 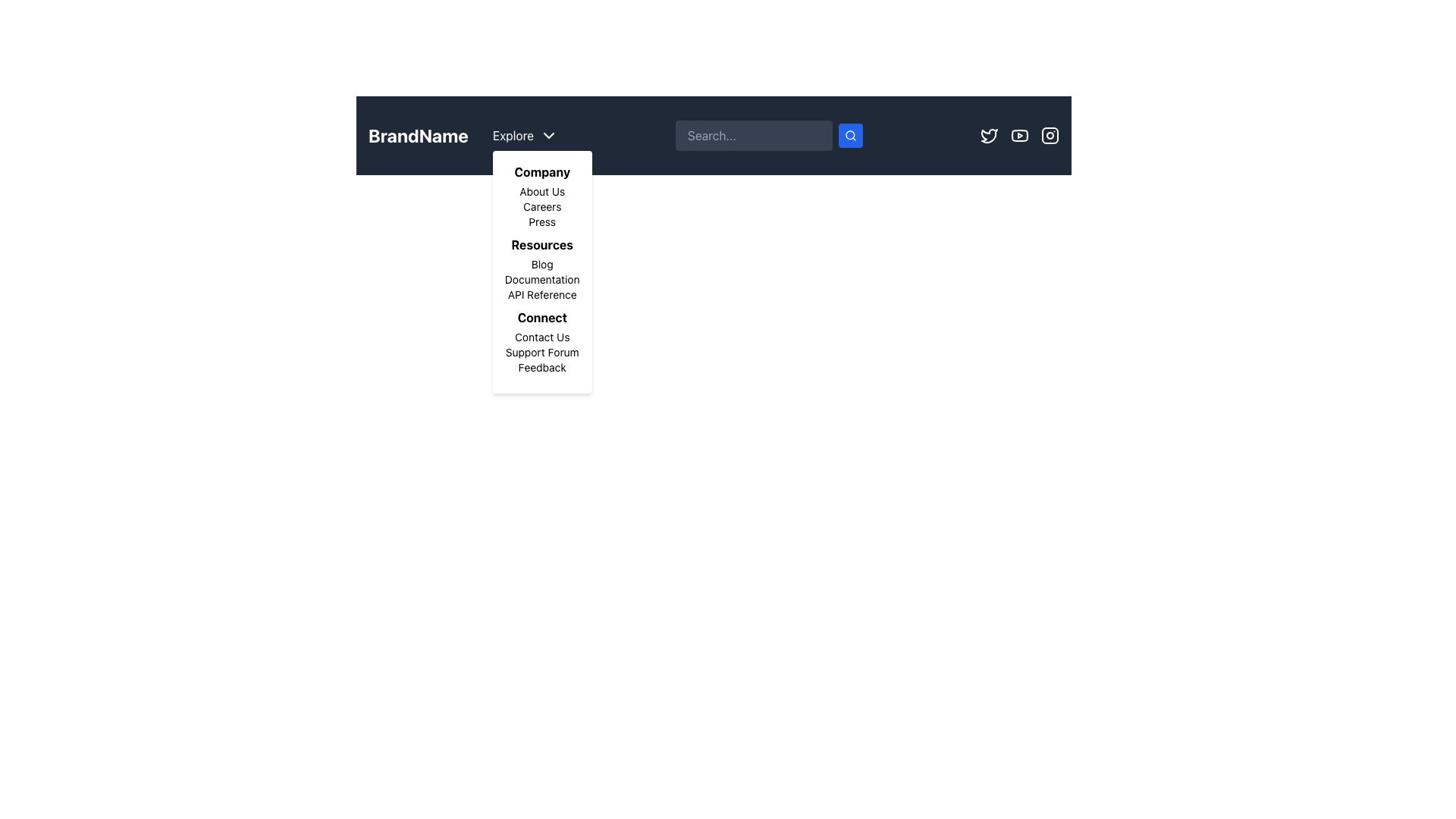 I want to click on the 'Documentation' hyperlink, which is the second item under 'Resources' in the dropdown menu, so click(x=542, y=280).